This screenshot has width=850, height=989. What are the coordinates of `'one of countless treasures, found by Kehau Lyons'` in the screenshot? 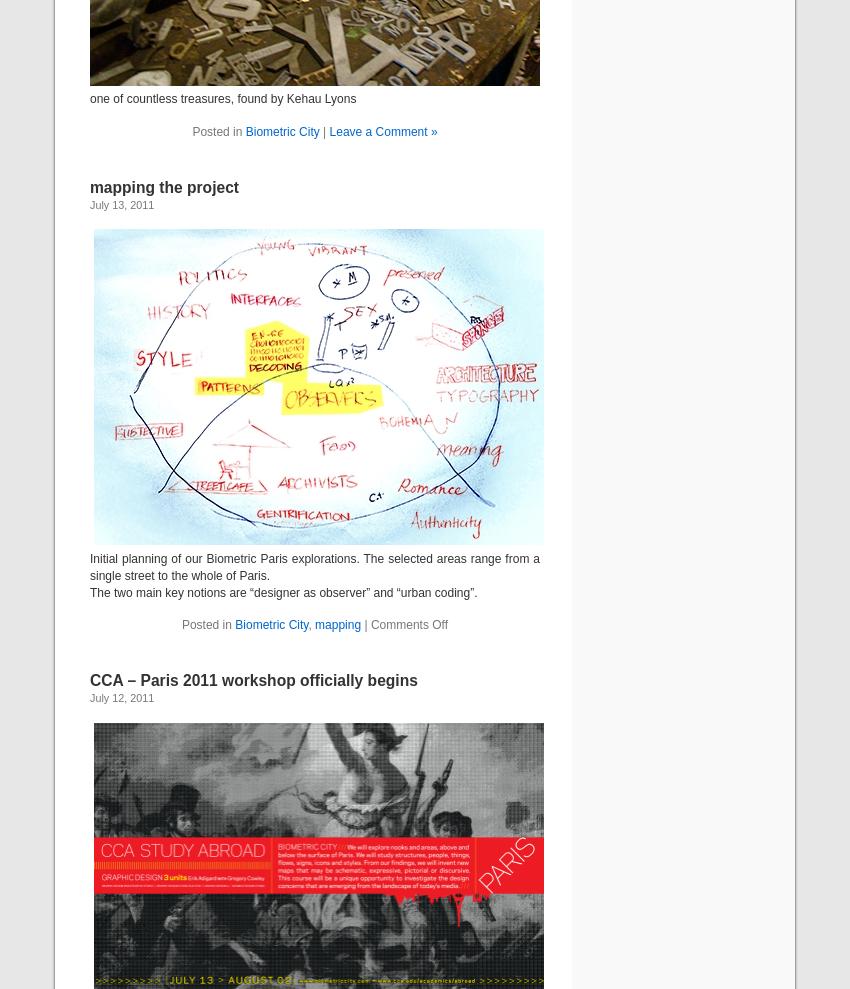 It's located at (223, 98).